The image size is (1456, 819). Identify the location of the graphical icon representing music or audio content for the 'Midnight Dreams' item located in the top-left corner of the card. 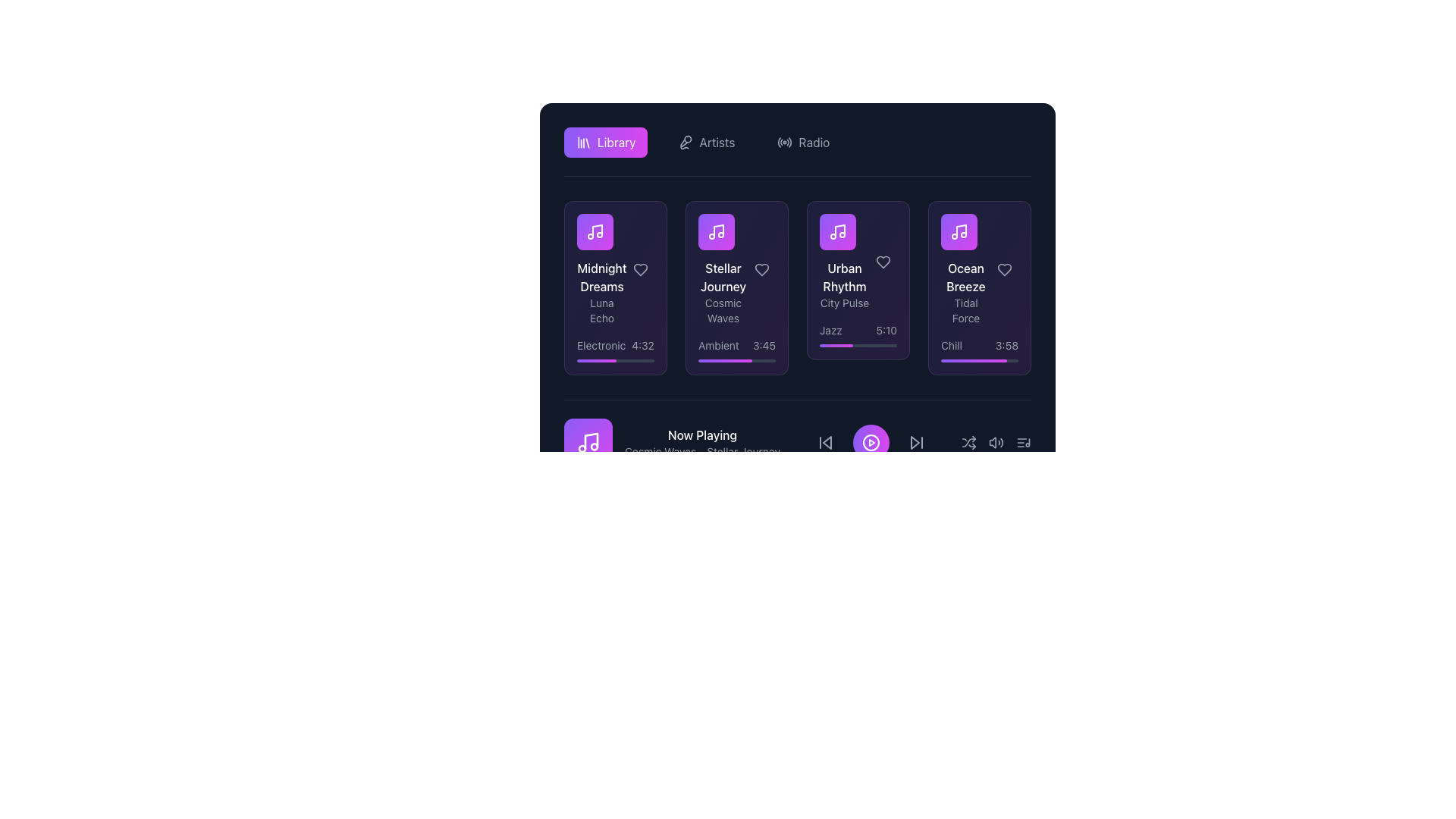
(595, 231).